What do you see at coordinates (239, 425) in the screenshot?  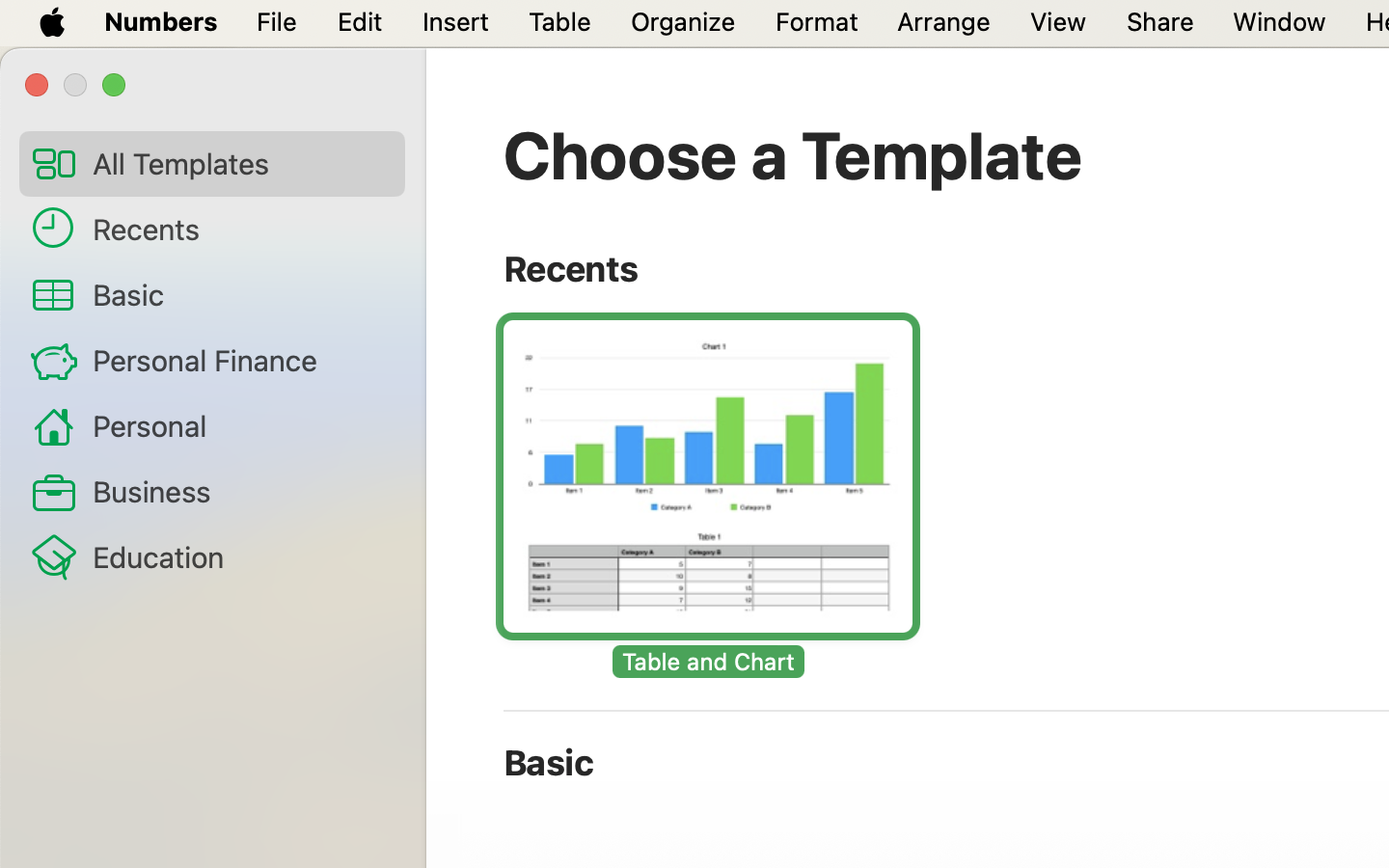 I see `'Personal'` at bounding box center [239, 425].